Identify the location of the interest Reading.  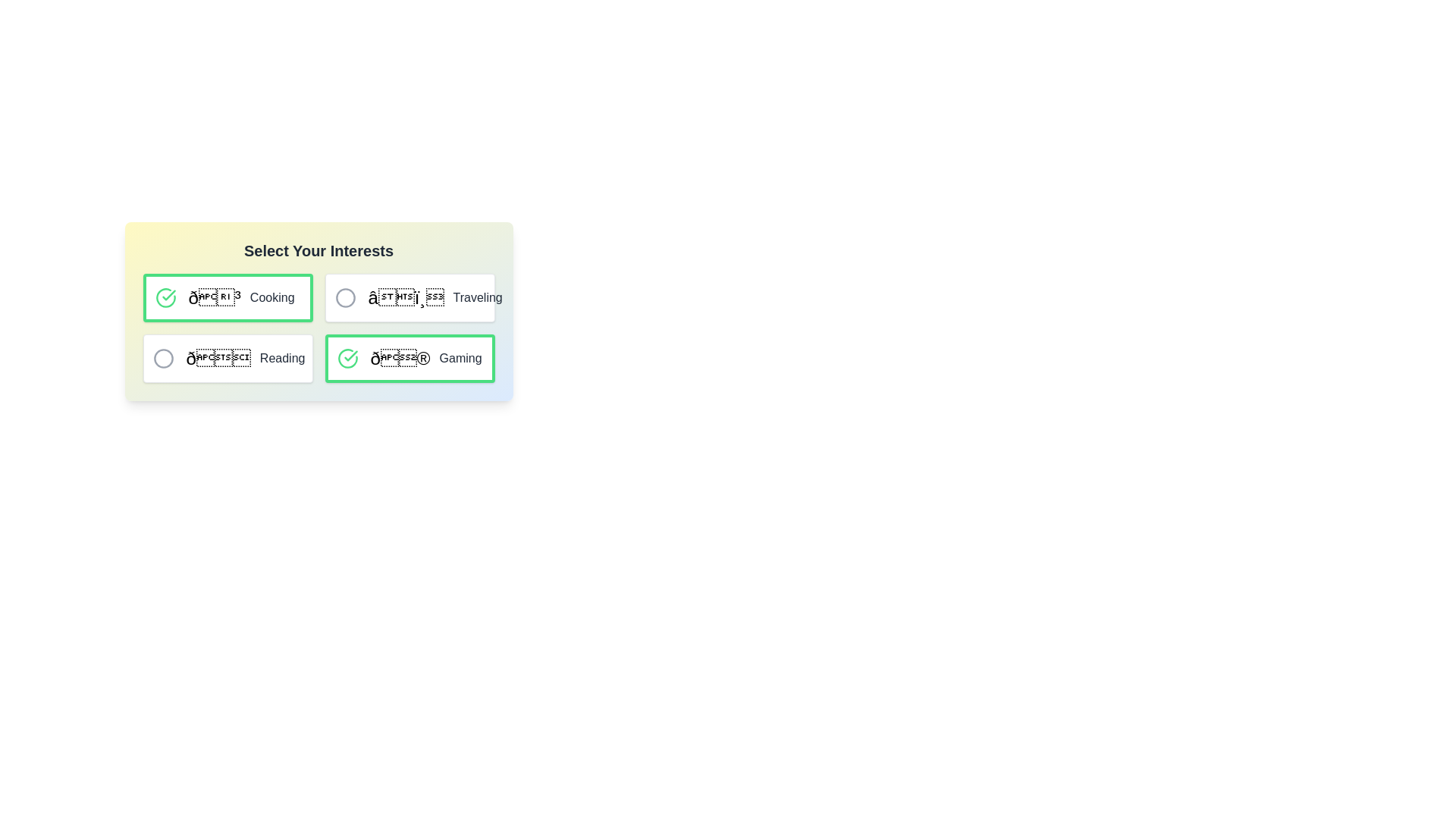
(163, 359).